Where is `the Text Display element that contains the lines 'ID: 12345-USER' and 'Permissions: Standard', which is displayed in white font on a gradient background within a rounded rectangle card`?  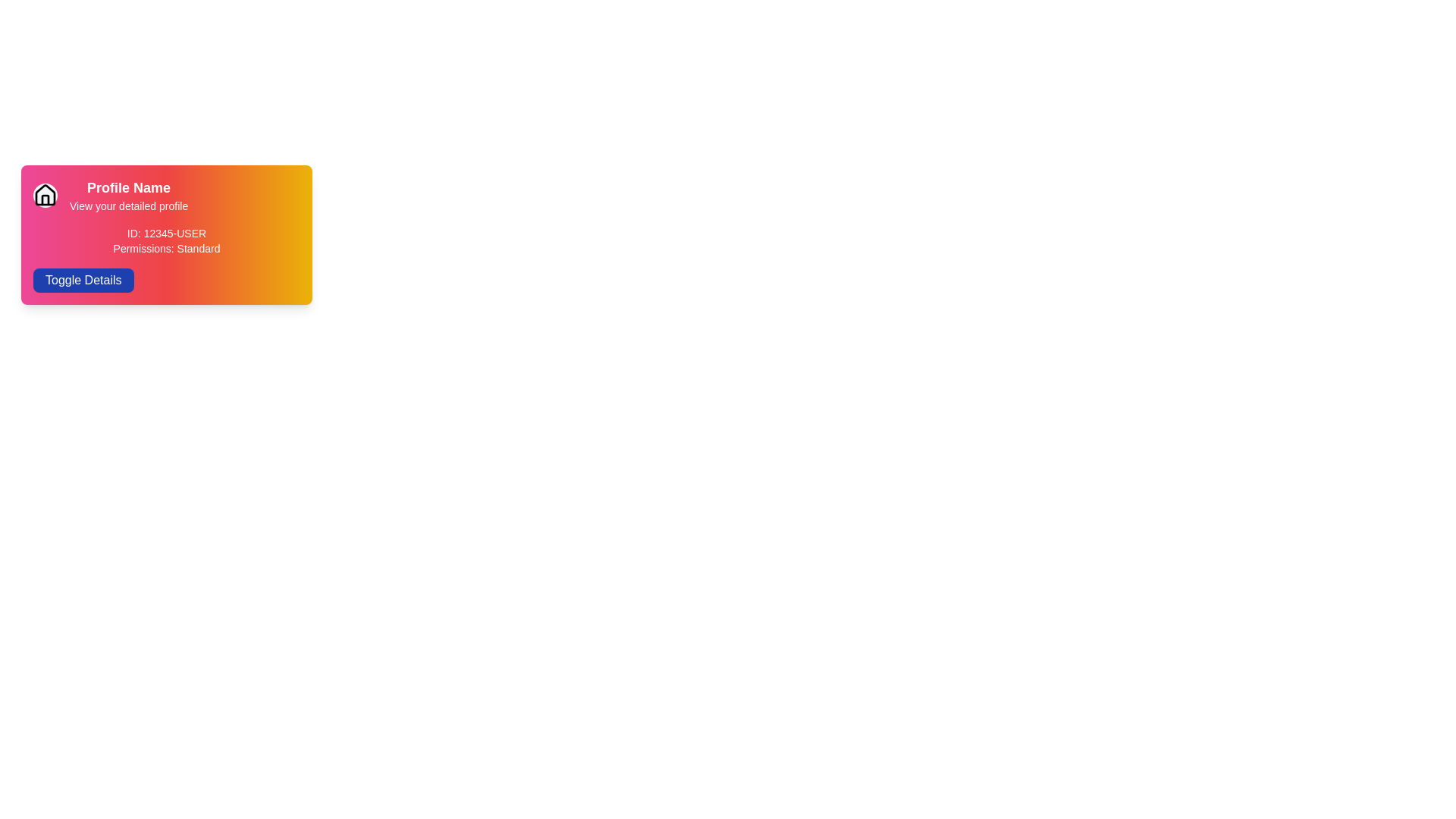
the Text Display element that contains the lines 'ID: 12345-USER' and 'Permissions: Standard', which is displayed in white font on a gradient background within a rounded rectangle card is located at coordinates (167, 240).